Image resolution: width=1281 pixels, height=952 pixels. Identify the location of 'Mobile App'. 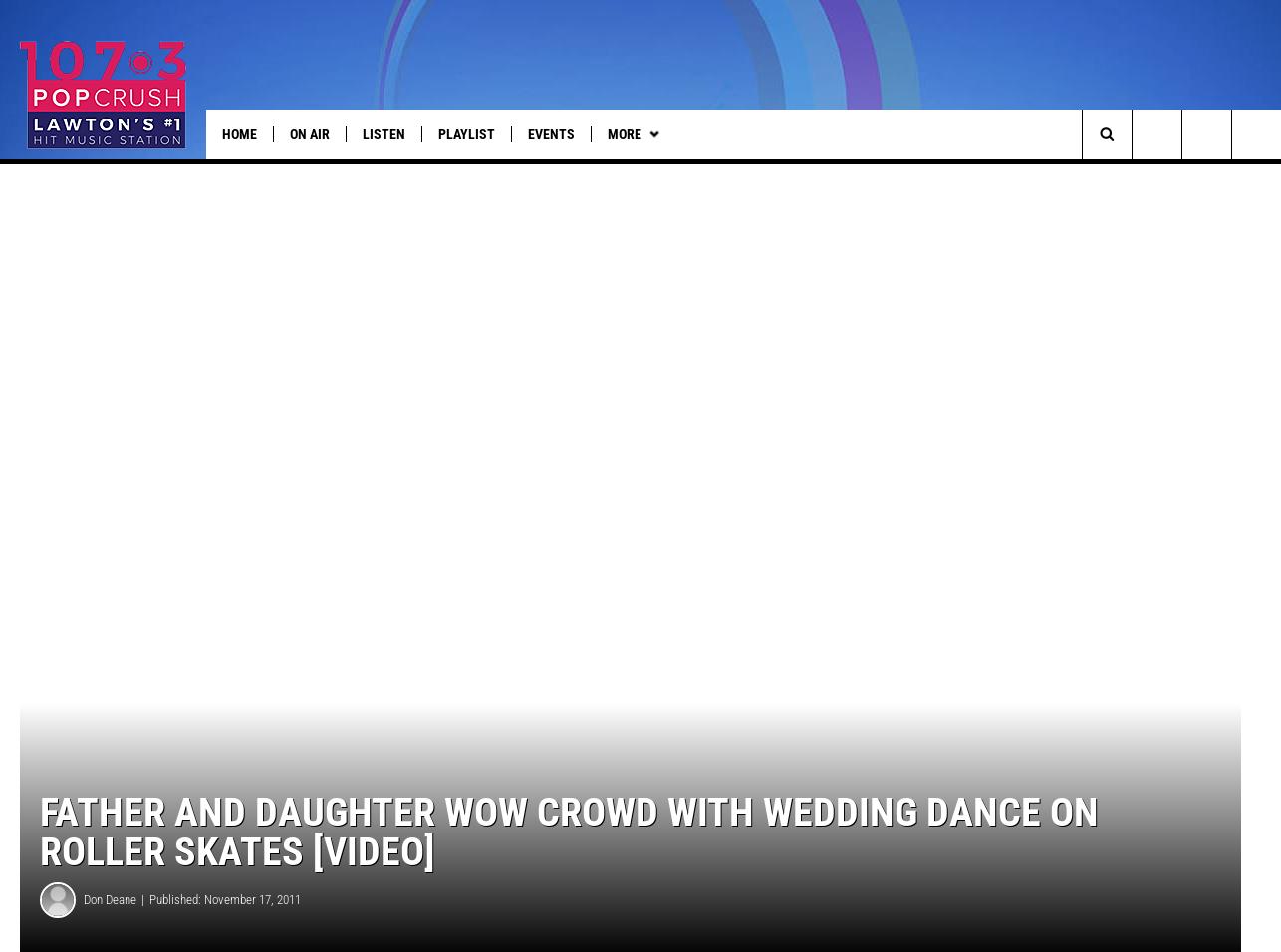
(759, 174).